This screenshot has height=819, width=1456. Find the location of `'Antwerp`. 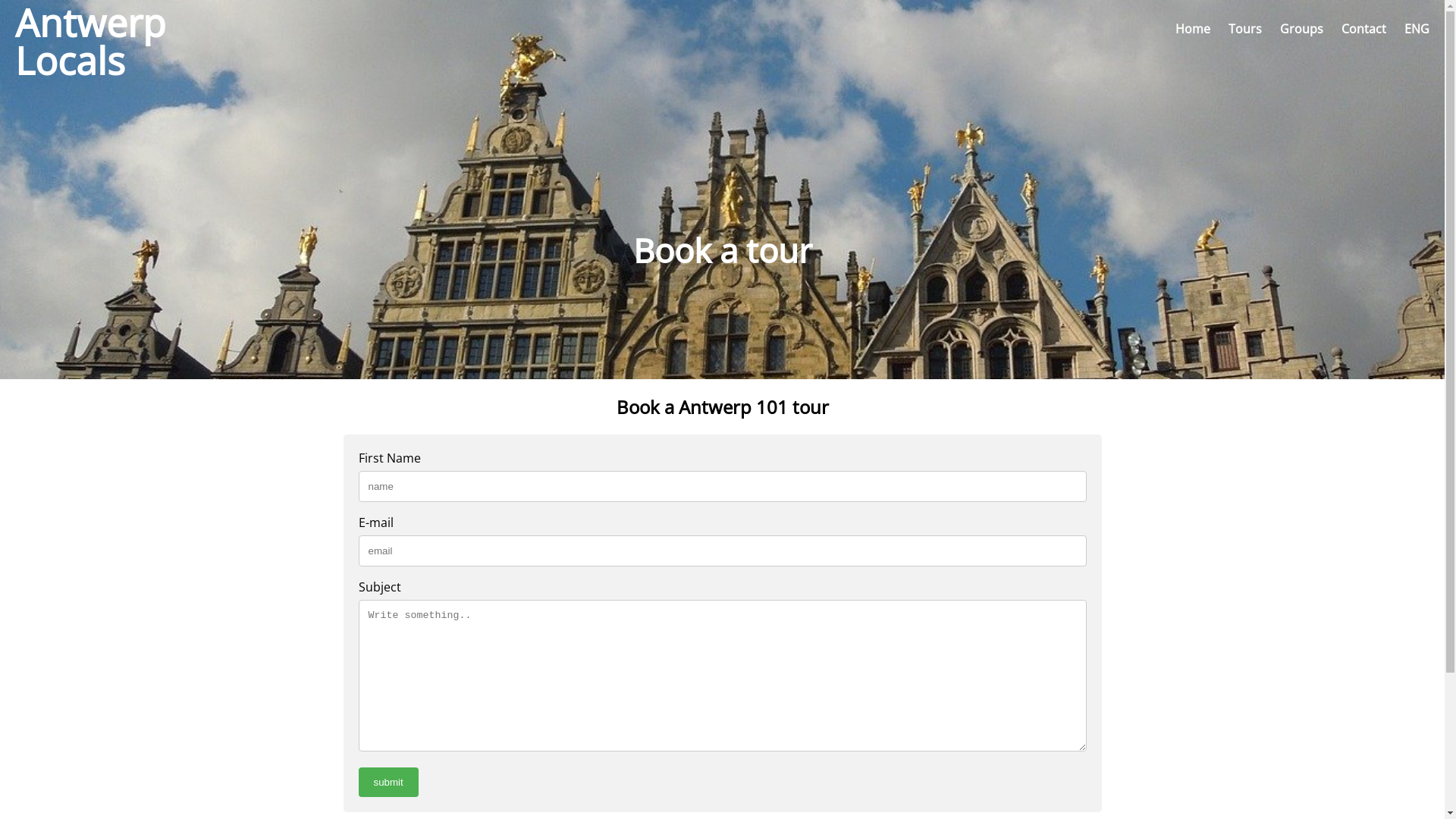

'Antwerp is located at coordinates (74, 29).